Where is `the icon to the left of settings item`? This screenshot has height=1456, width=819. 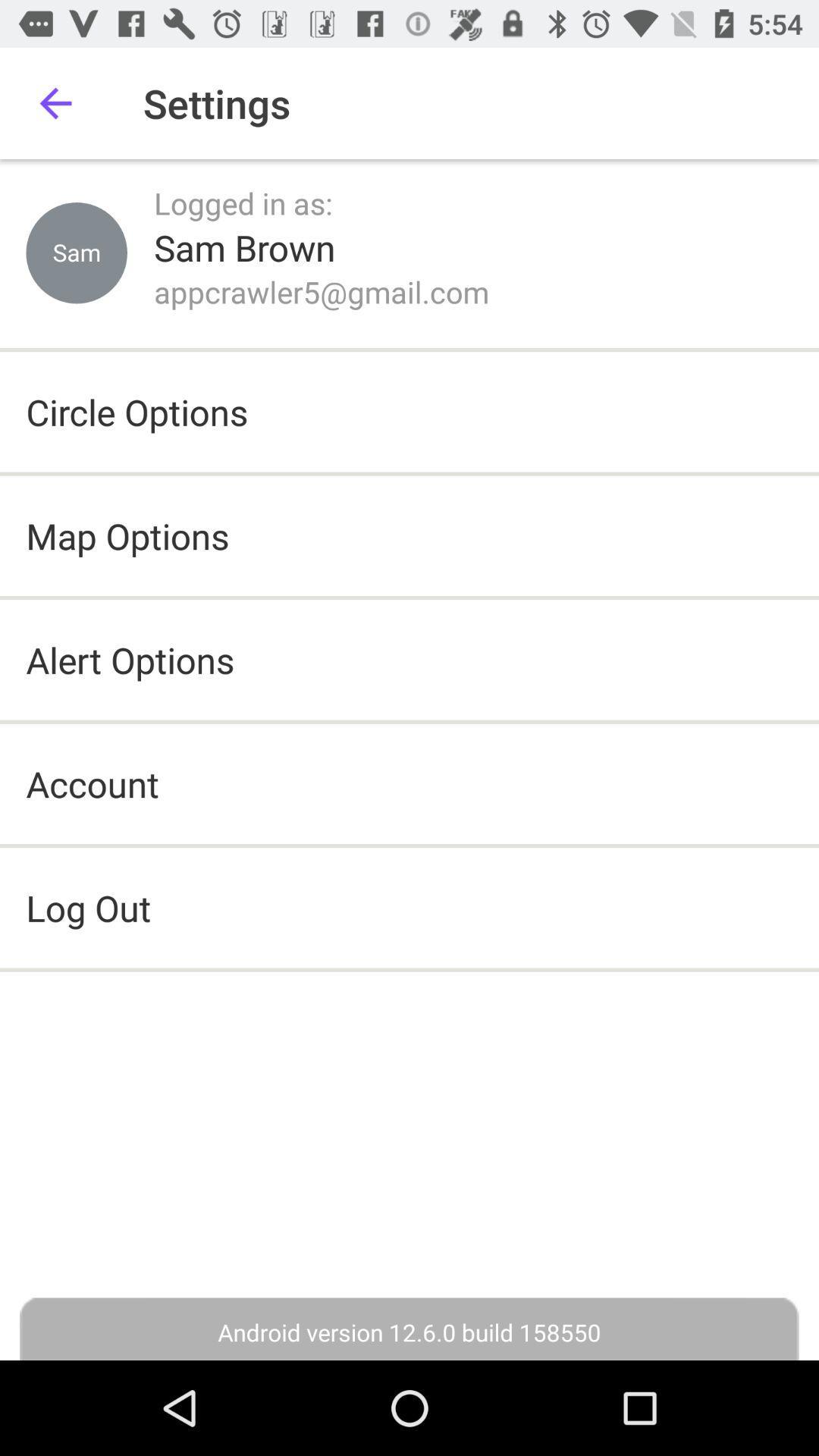
the icon to the left of settings item is located at coordinates (55, 102).